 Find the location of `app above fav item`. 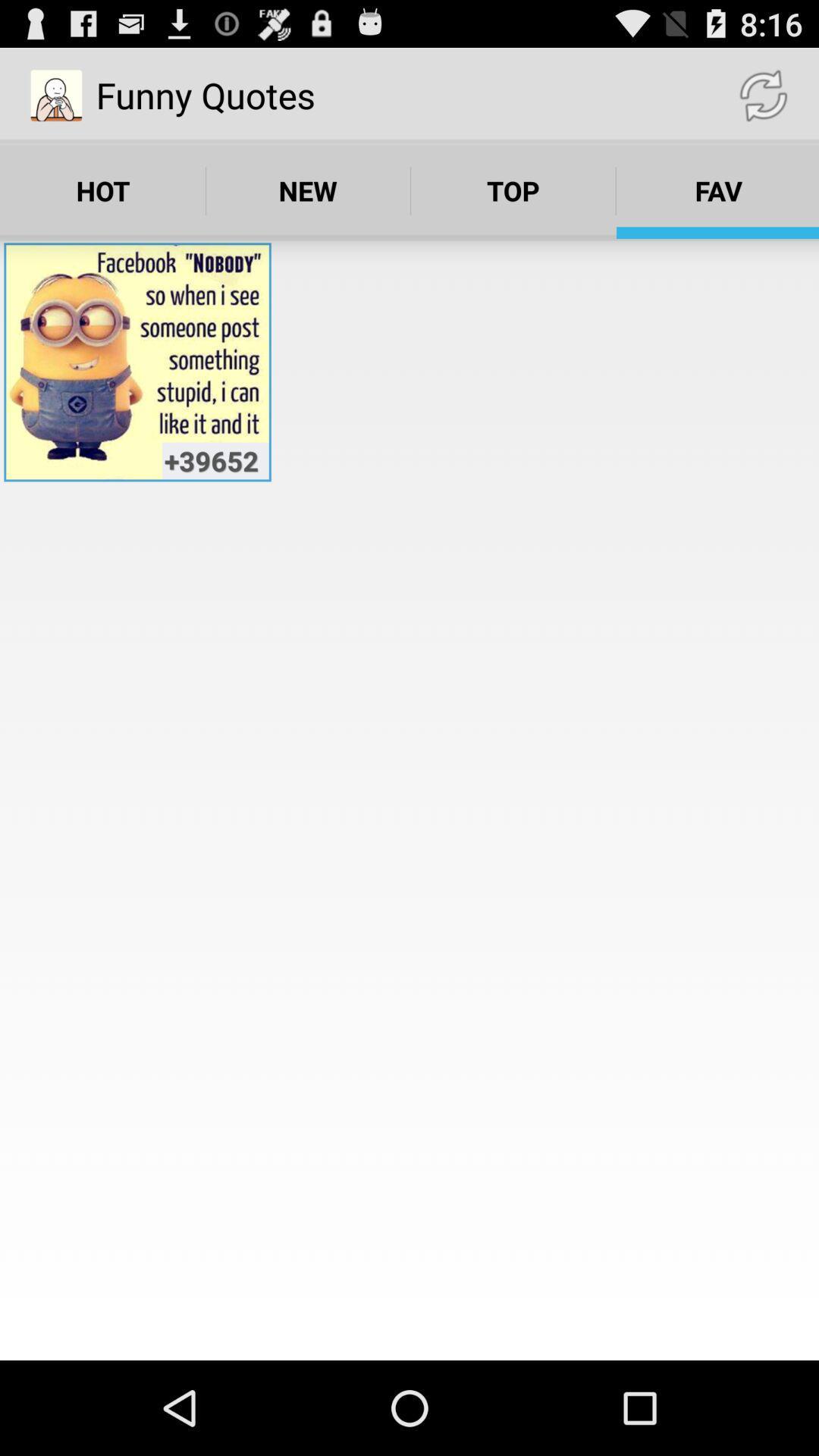

app above fav item is located at coordinates (763, 94).